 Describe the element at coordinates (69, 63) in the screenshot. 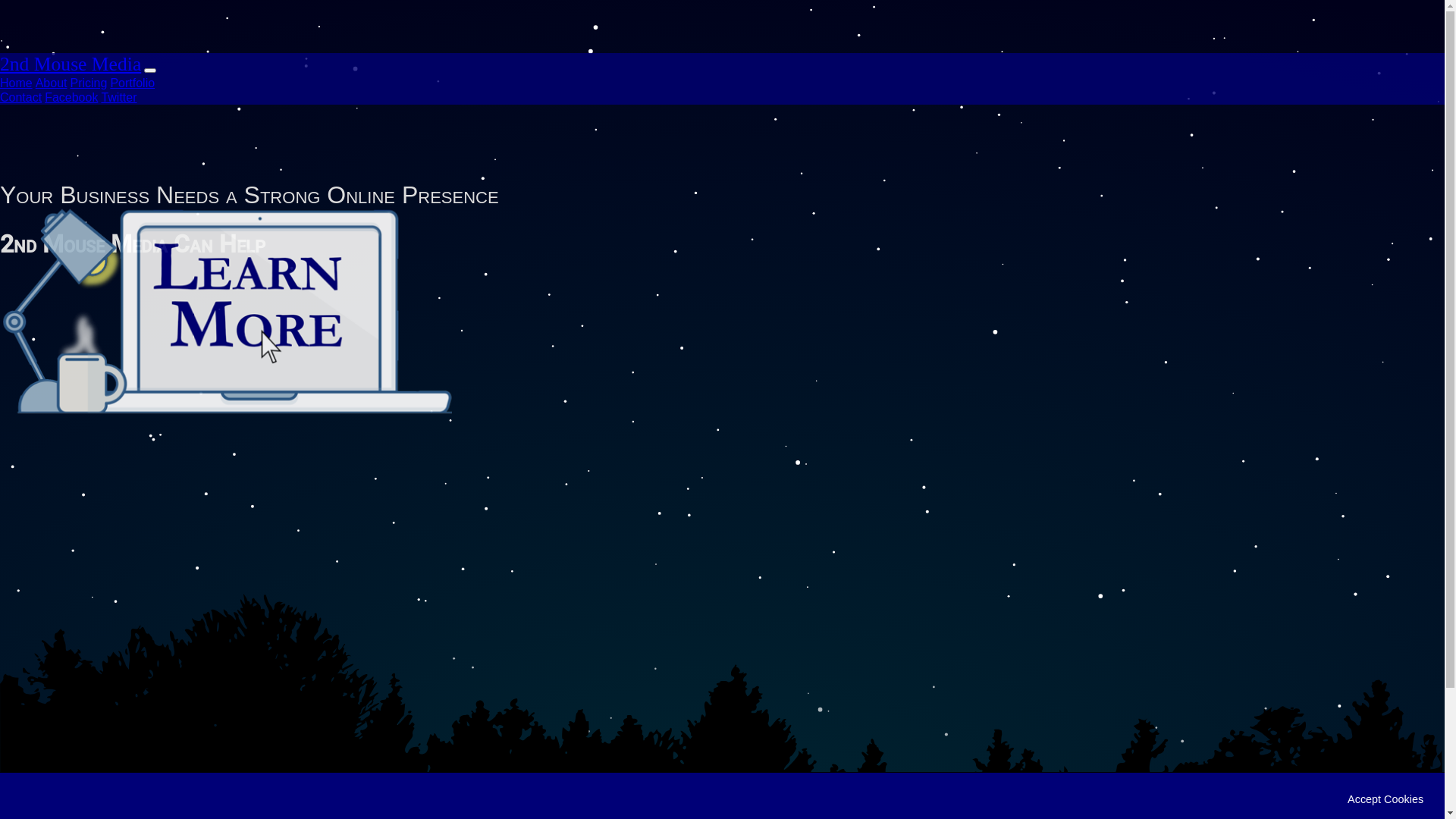

I see `'2nd Mouse Media'` at that location.